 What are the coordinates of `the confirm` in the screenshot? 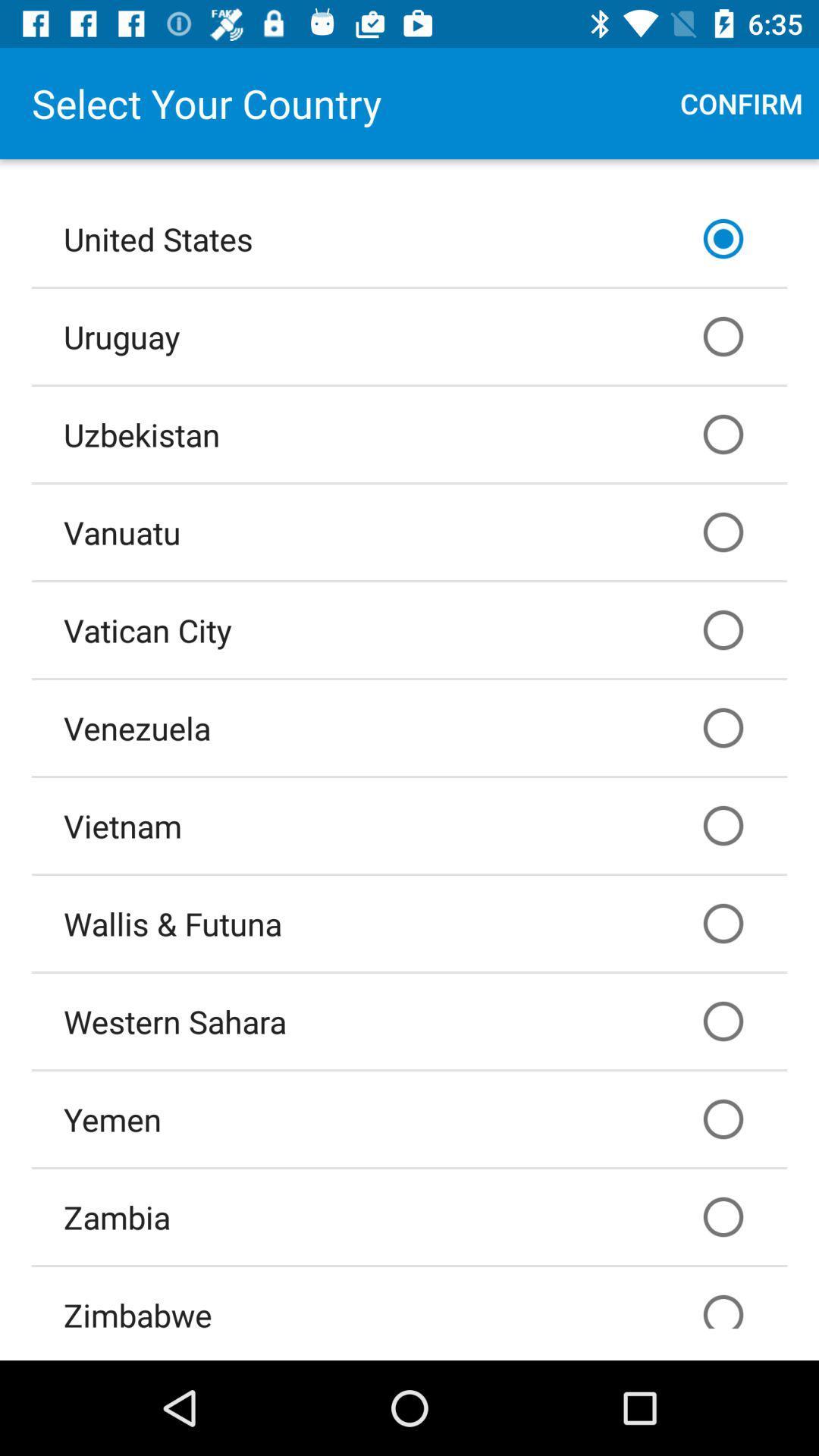 It's located at (741, 102).